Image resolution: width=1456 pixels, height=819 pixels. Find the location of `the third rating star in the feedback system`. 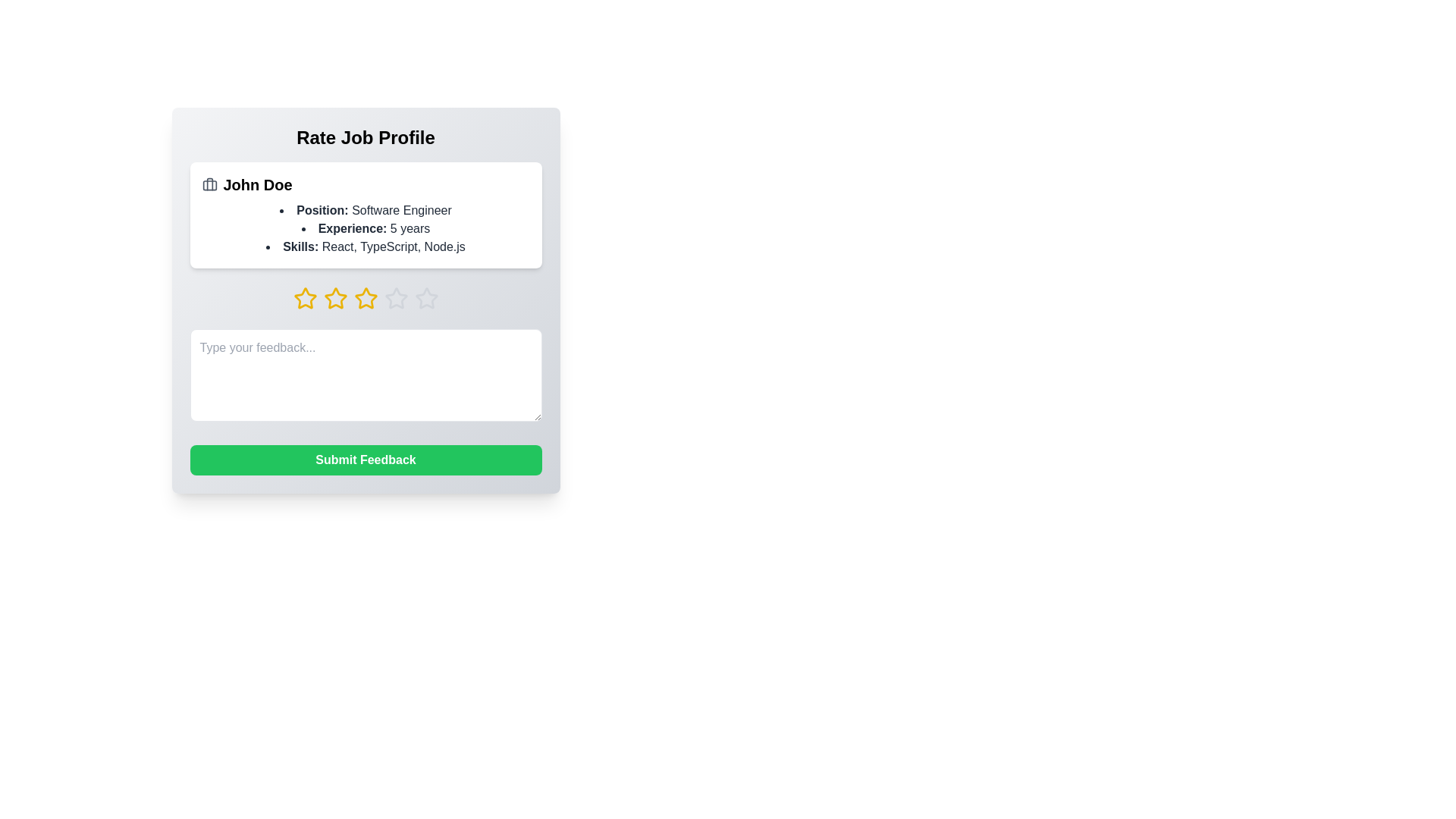

the third rating star in the feedback system is located at coordinates (334, 298).